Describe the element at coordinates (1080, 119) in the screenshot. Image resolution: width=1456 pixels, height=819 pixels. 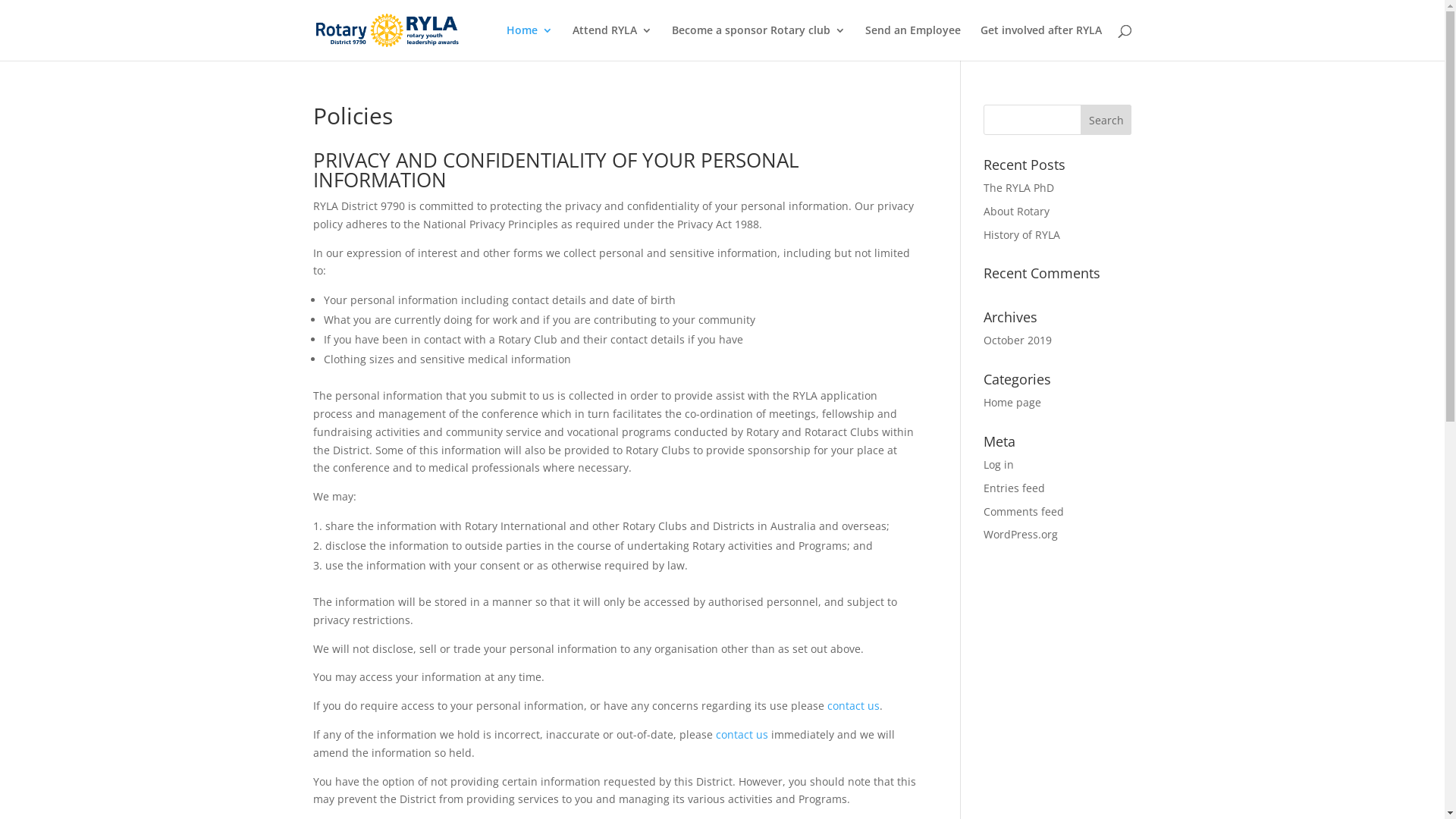
I see `'Search'` at that location.